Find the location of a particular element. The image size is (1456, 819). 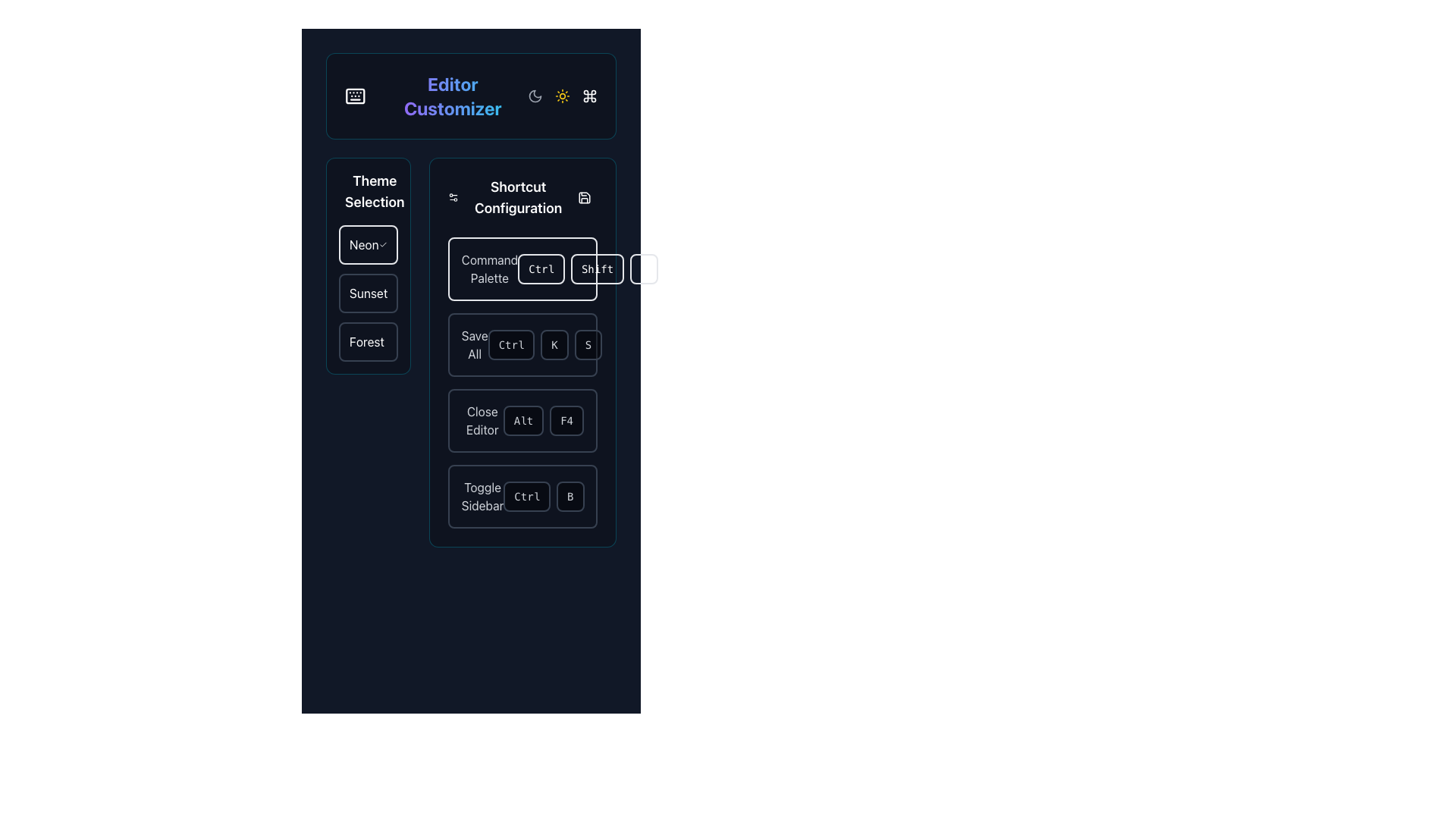

the 'Ctrl' button located in the shortcut configuration section to simulate pressing 'Ctrl' is located at coordinates (522, 345).